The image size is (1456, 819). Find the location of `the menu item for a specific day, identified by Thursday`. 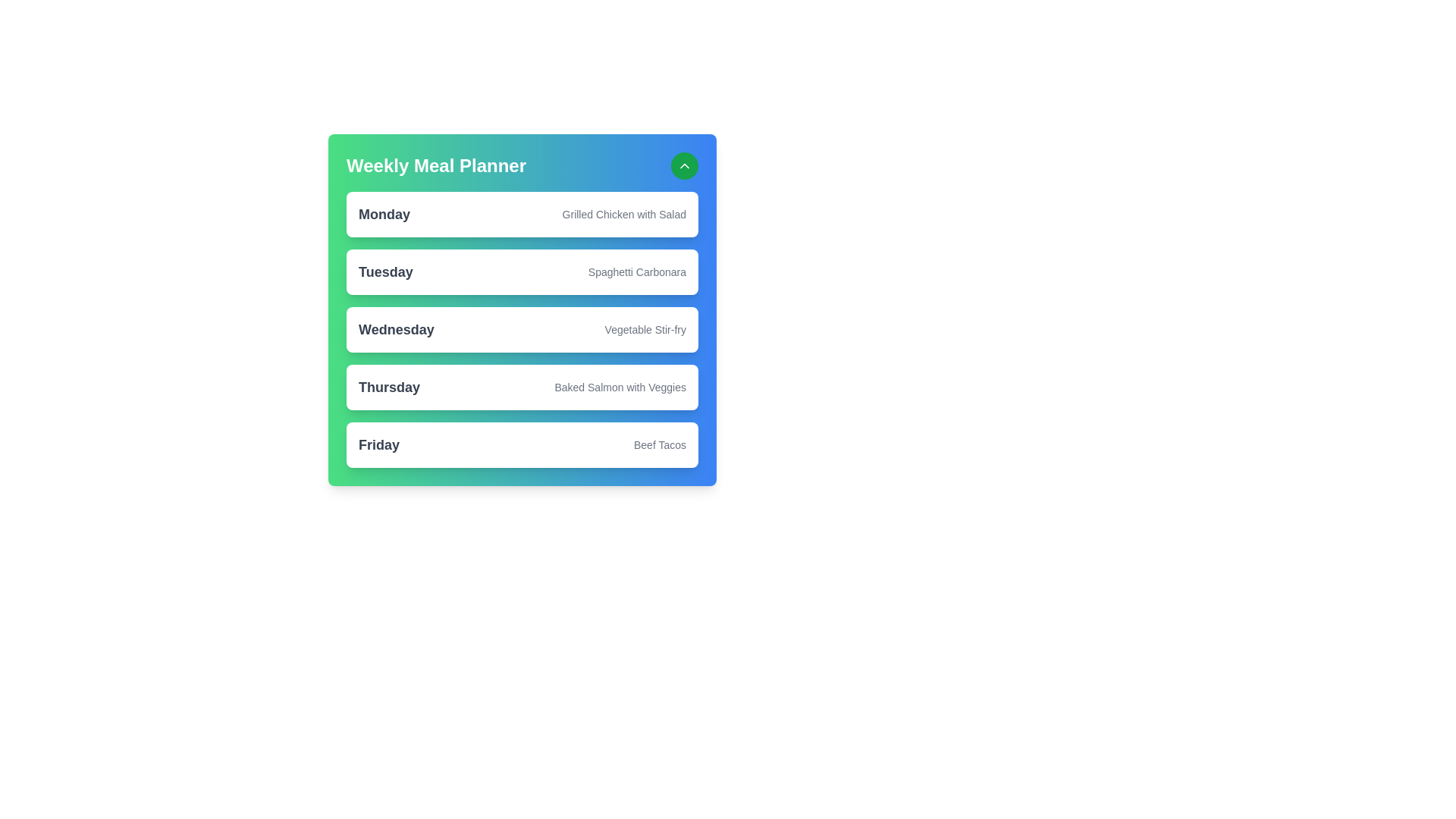

the menu item for a specific day, identified by Thursday is located at coordinates (389, 386).